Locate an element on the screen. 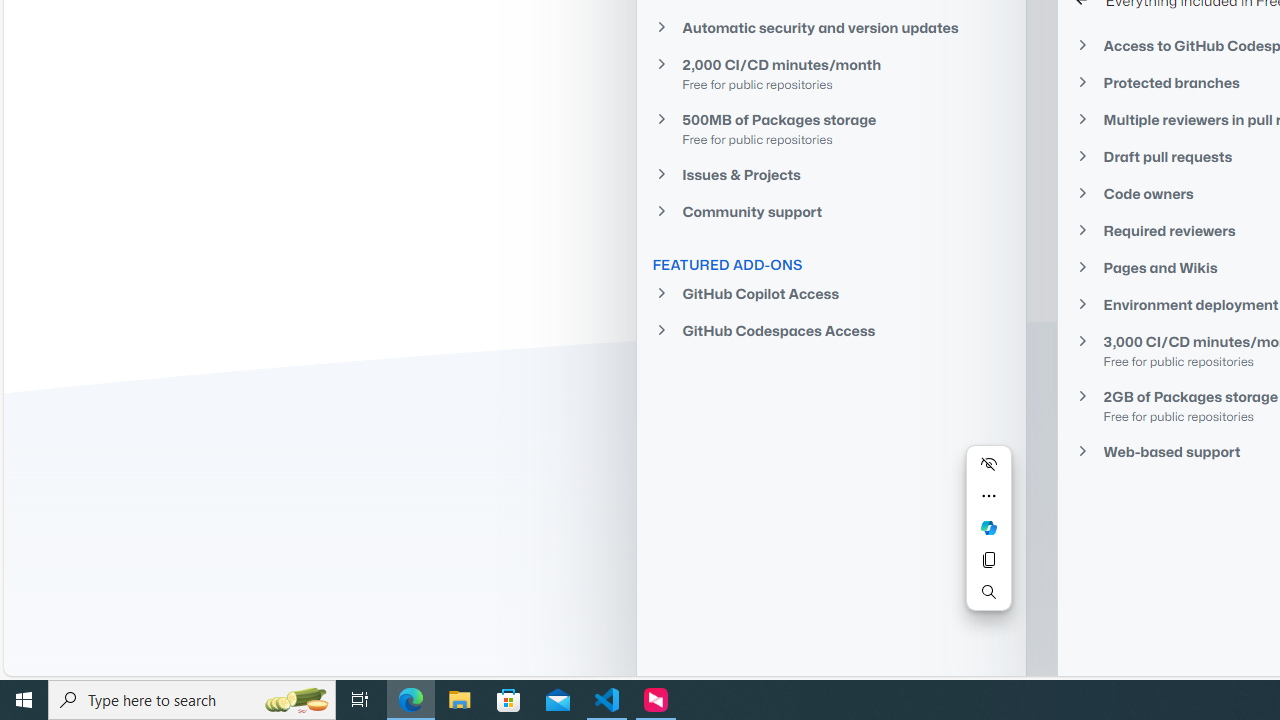 The width and height of the screenshot is (1280, 720). '500MB of Packages storage Free for public repositories' is located at coordinates (830, 128).